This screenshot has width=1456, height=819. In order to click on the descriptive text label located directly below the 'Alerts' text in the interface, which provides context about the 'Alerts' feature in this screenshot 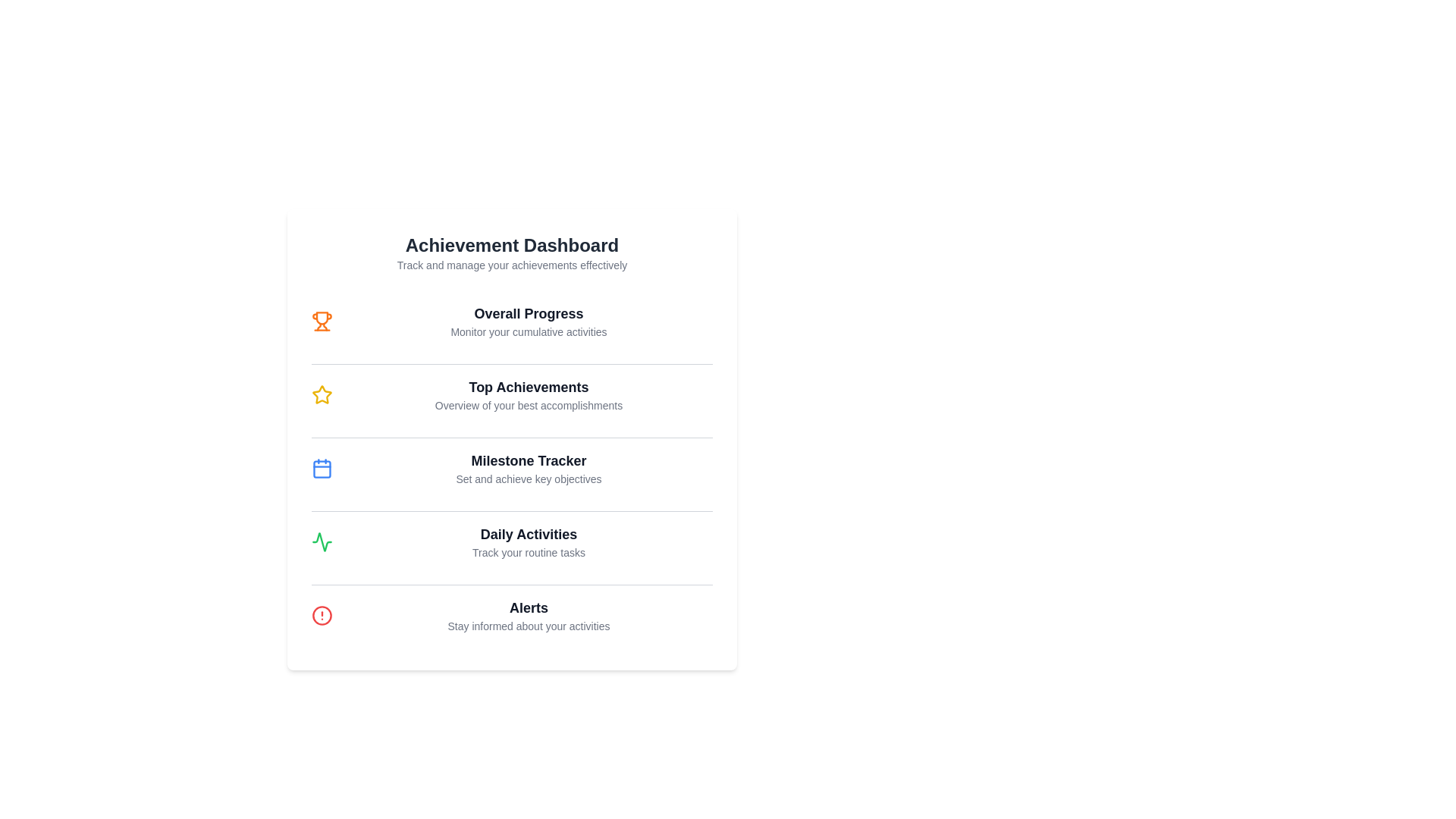, I will do `click(529, 626)`.